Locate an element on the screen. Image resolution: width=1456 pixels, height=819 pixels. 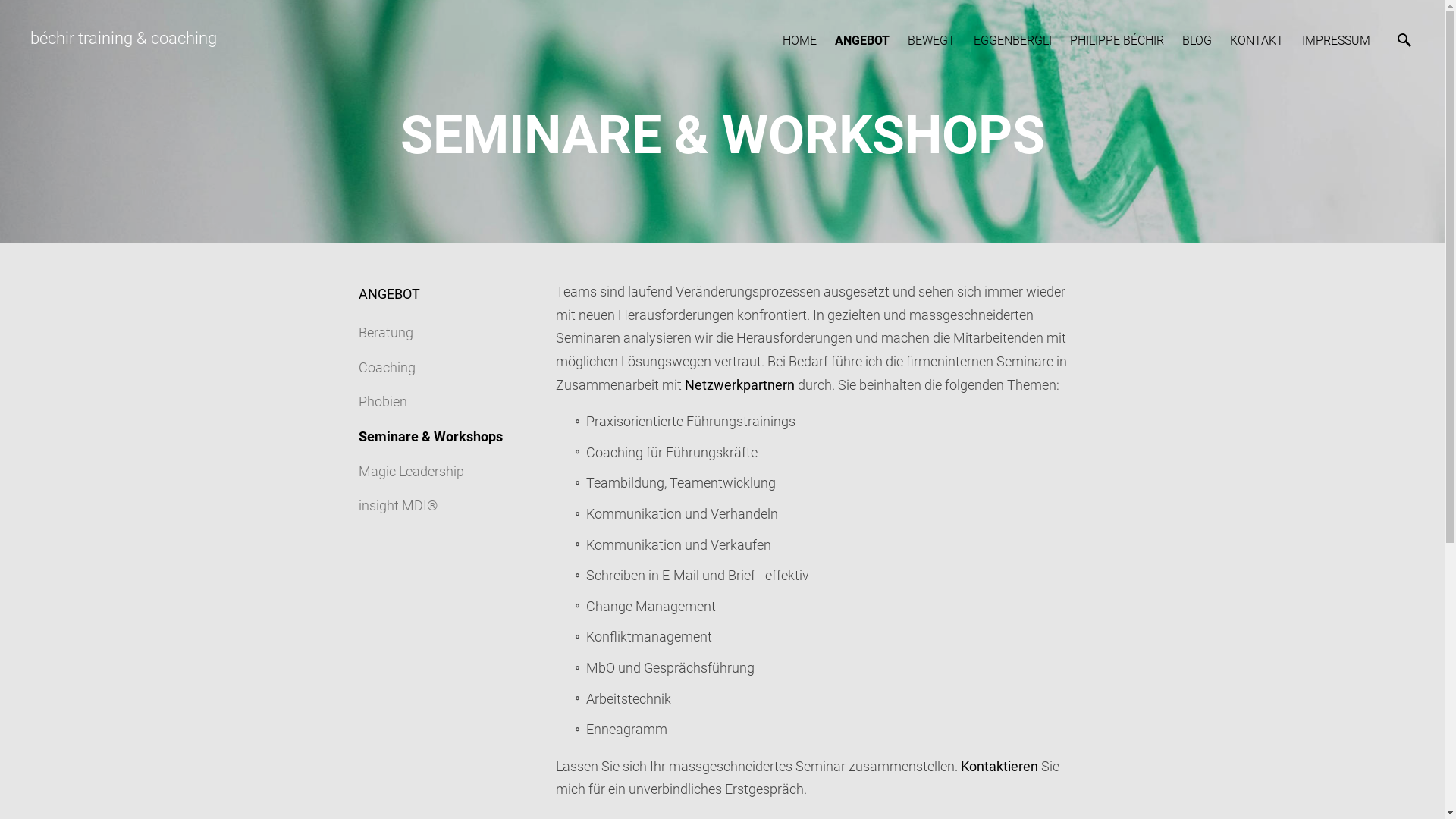
'ANGEBOT' is located at coordinates (862, 39).